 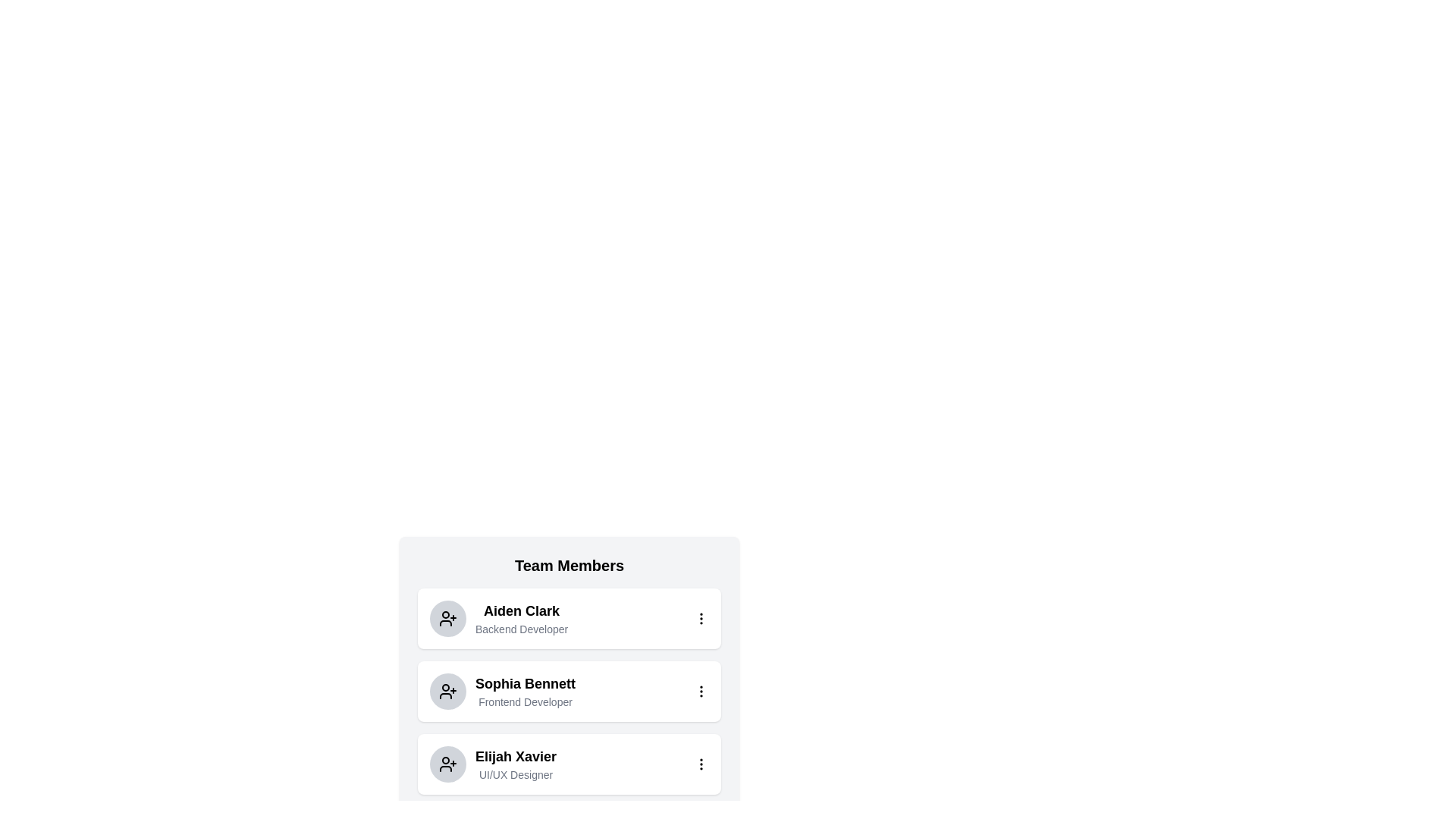 I want to click on the vertical ellipsis icon in the upper-right corner of the card for Sophia Bennett, so click(x=701, y=691).